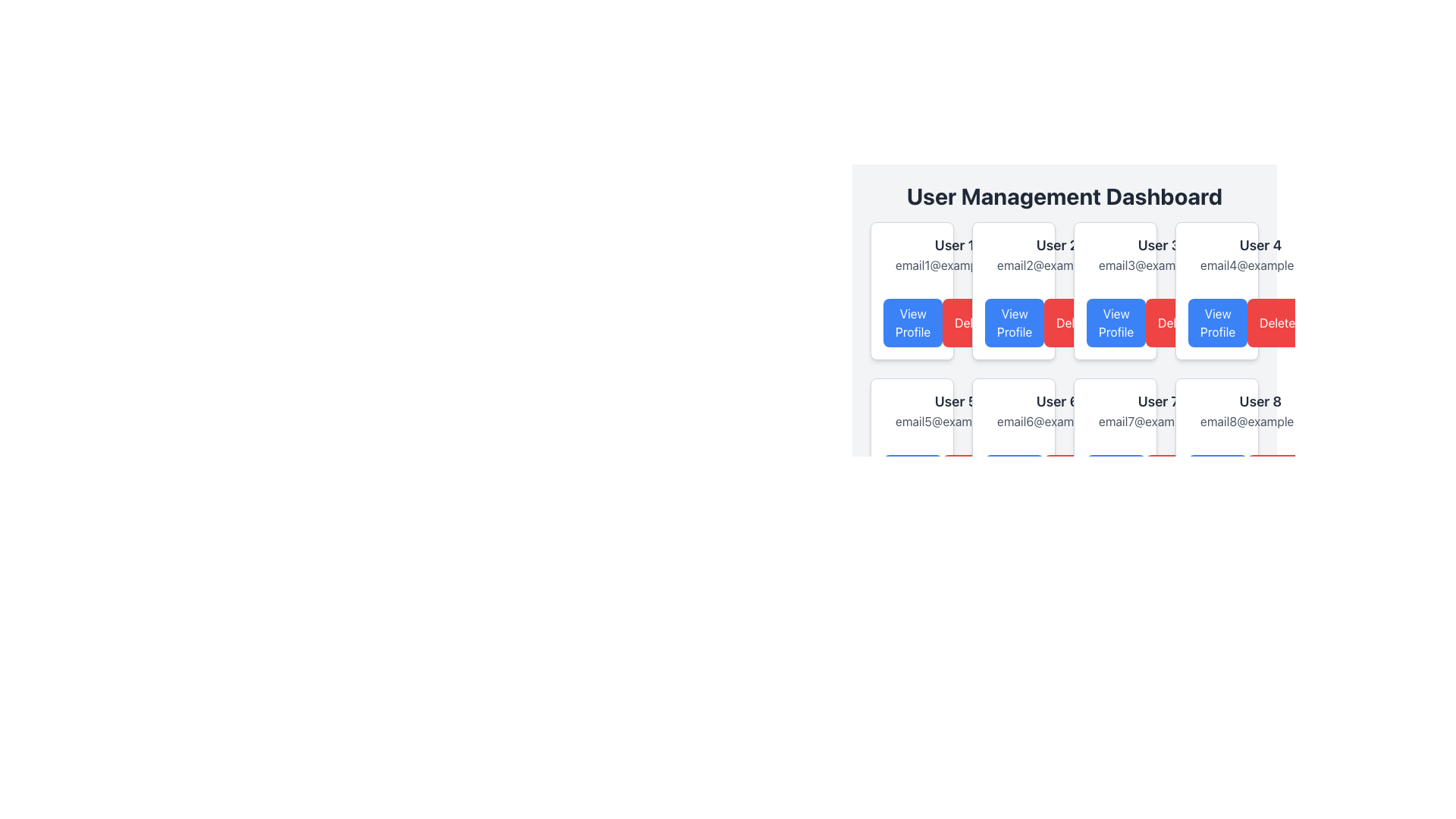 The width and height of the screenshot is (1456, 819). Describe the element at coordinates (912, 411) in the screenshot. I see `the Text Label displaying the user's identifier ('User 5') and email address ('email5@example.com') located in the first card of the second row in the User Management Dashboard` at that location.